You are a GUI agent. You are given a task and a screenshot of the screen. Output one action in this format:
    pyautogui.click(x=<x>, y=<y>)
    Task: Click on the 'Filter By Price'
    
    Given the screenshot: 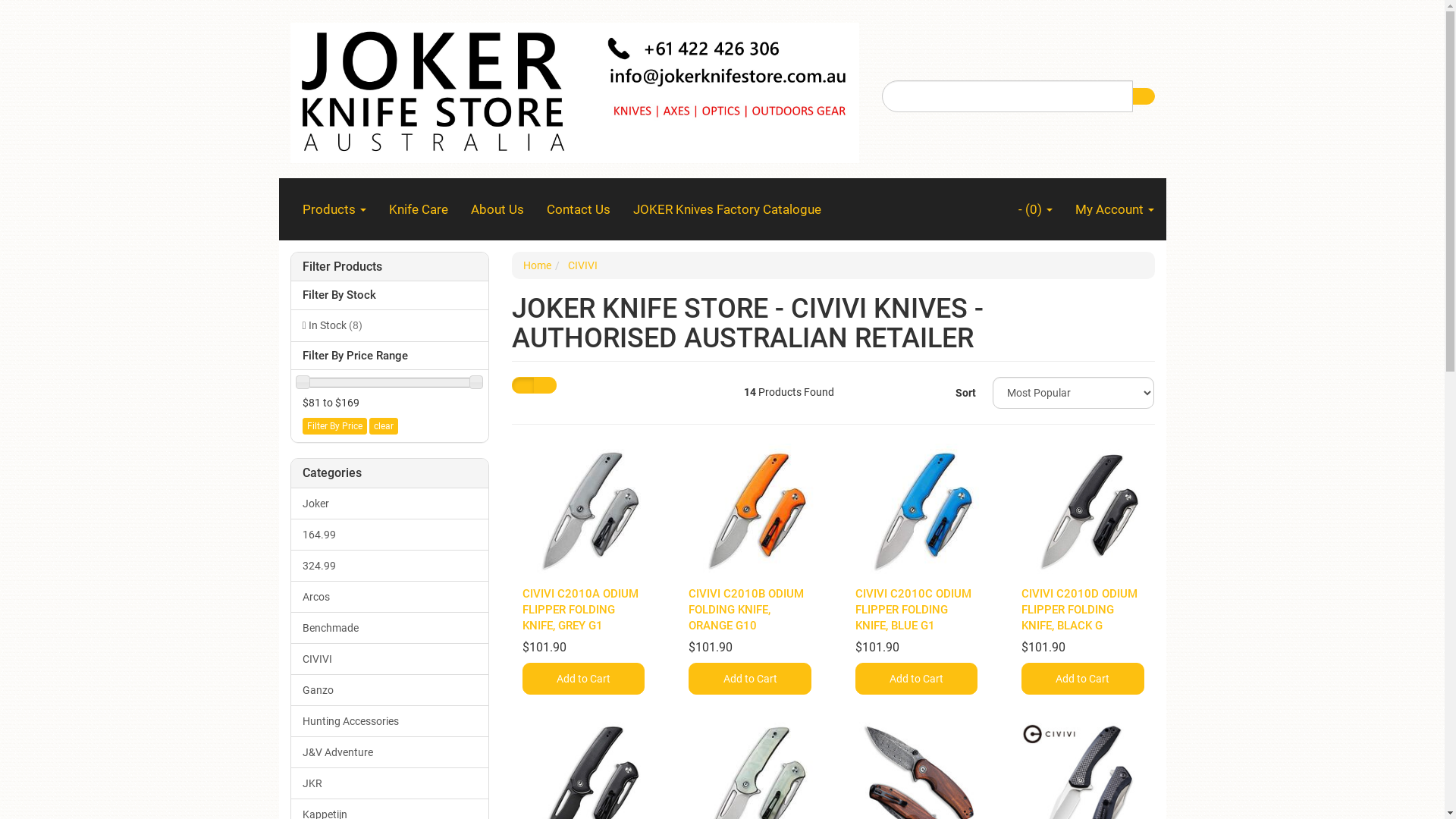 What is the action you would take?
    pyautogui.click(x=333, y=426)
    